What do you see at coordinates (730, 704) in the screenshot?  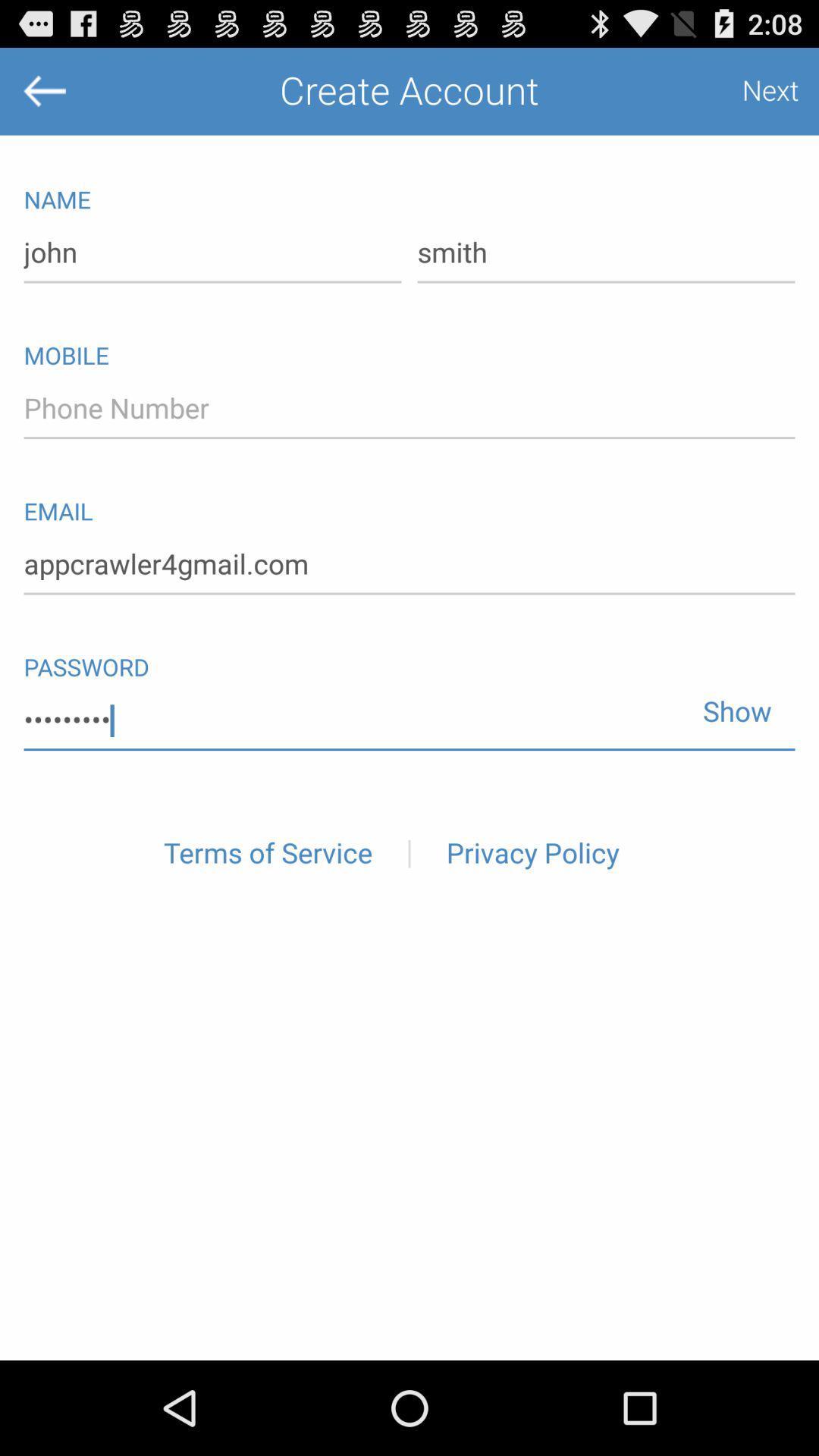 I see `show icon` at bounding box center [730, 704].